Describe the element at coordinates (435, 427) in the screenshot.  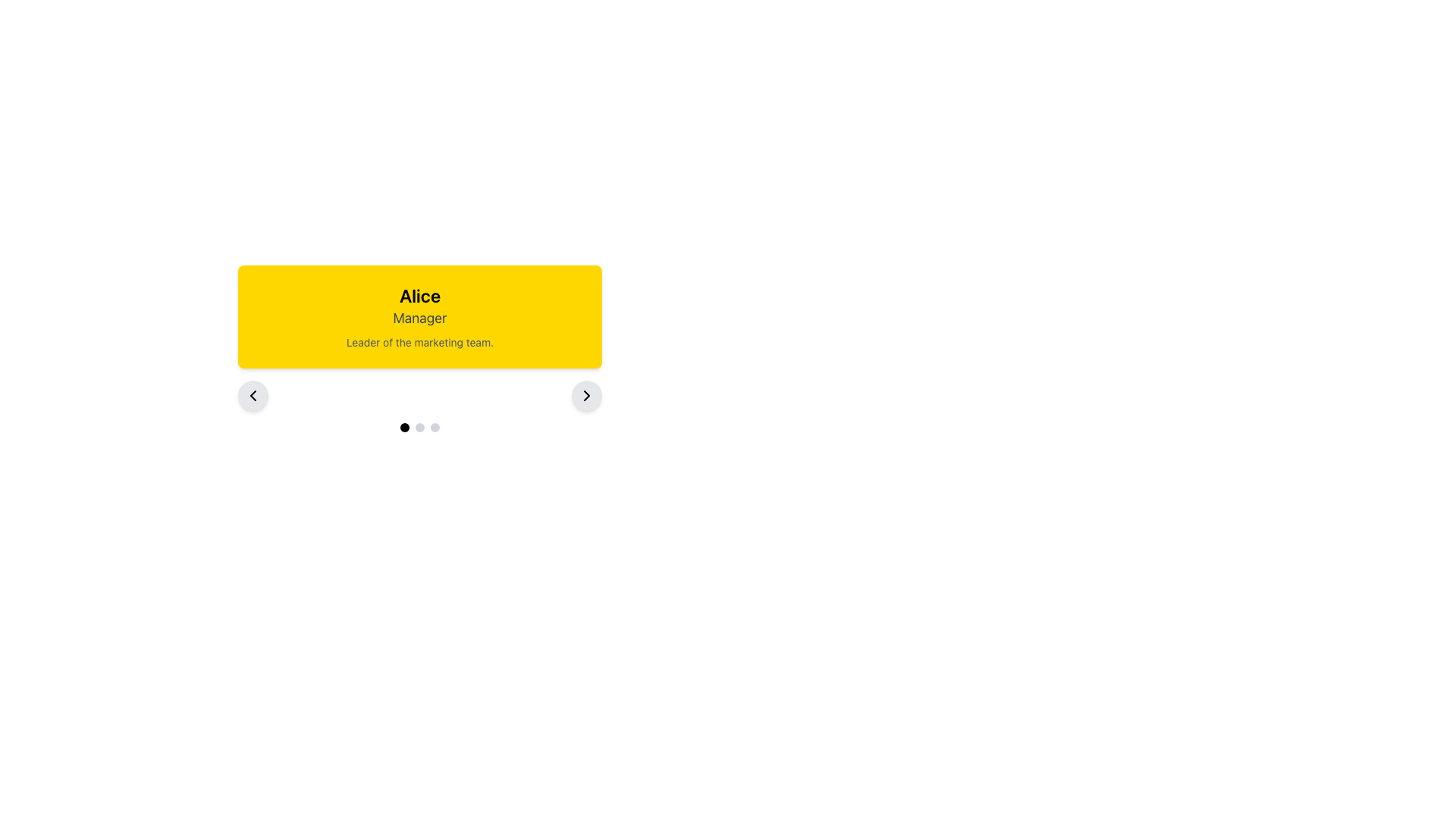
I see `the third circular indicator of the Interactive Indicator (Dot Pagination) located at the bottom center of the interface beneath the yellow profile card titled 'Alice'` at that location.